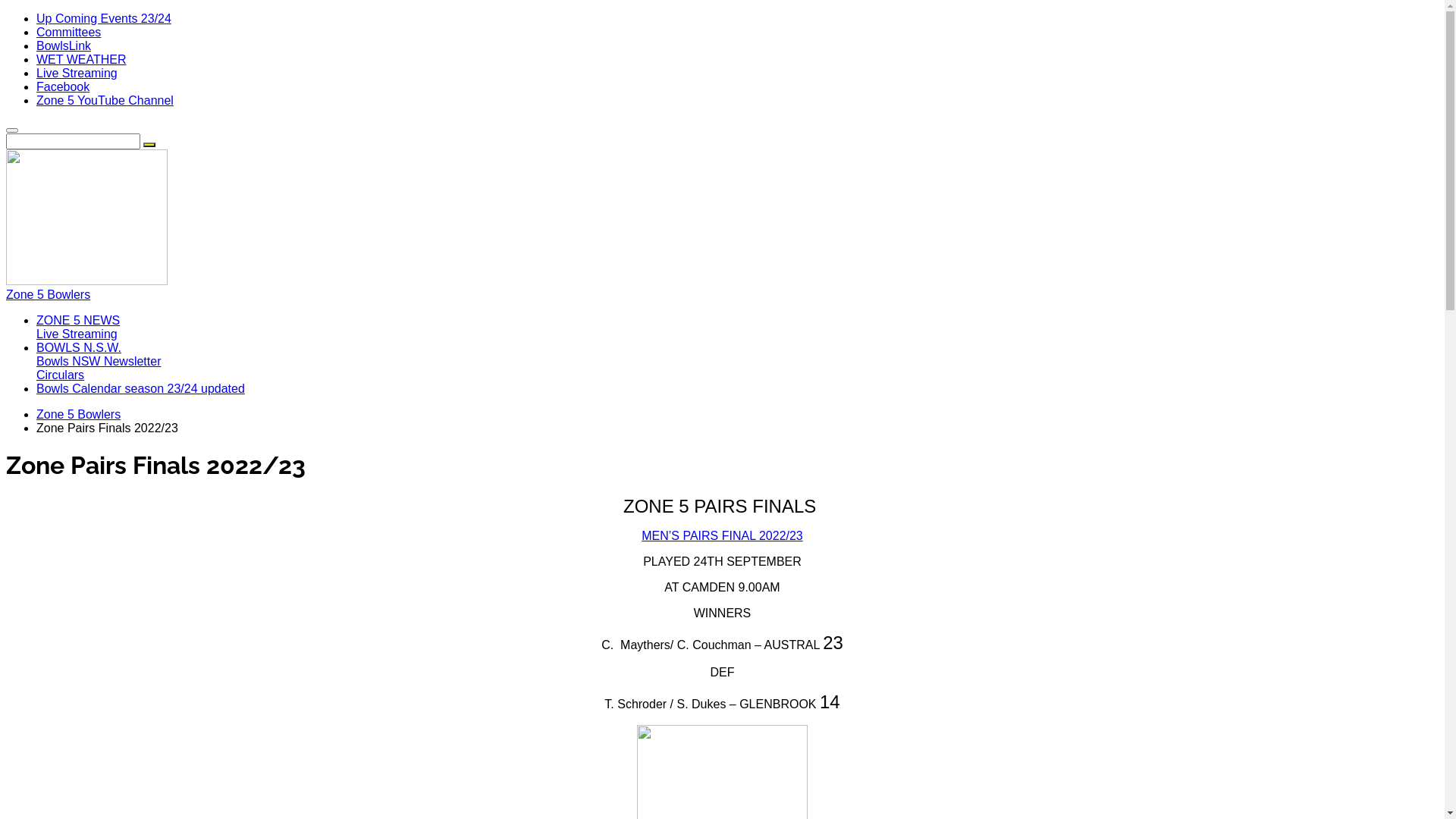  What do you see at coordinates (76, 333) in the screenshot?
I see `'Live Streaming'` at bounding box center [76, 333].